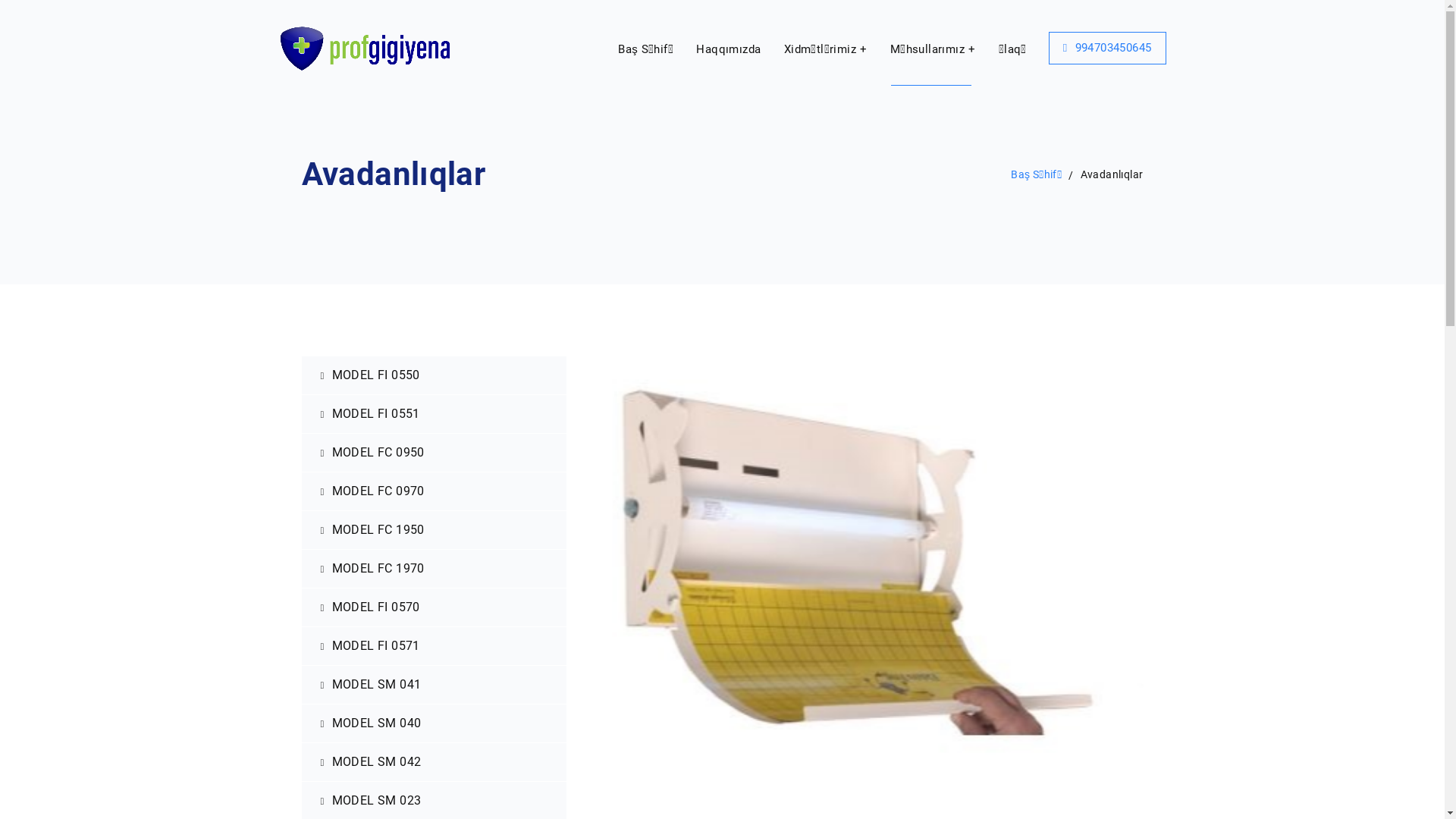 The image size is (1456, 819). What do you see at coordinates (433, 646) in the screenshot?
I see `'MODEL FI 0571'` at bounding box center [433, 646].